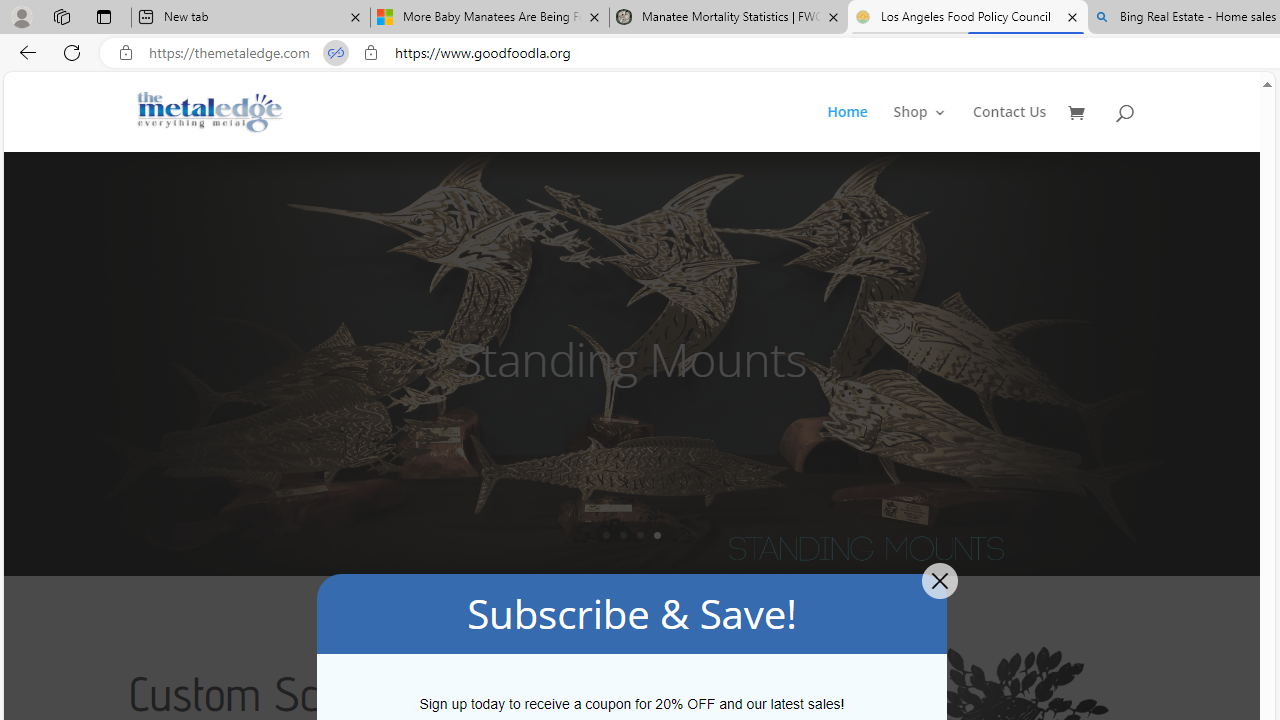 Image resolution: width=1280 pixels, height=720 pixels. I want to click on '2', so click(622, 534).